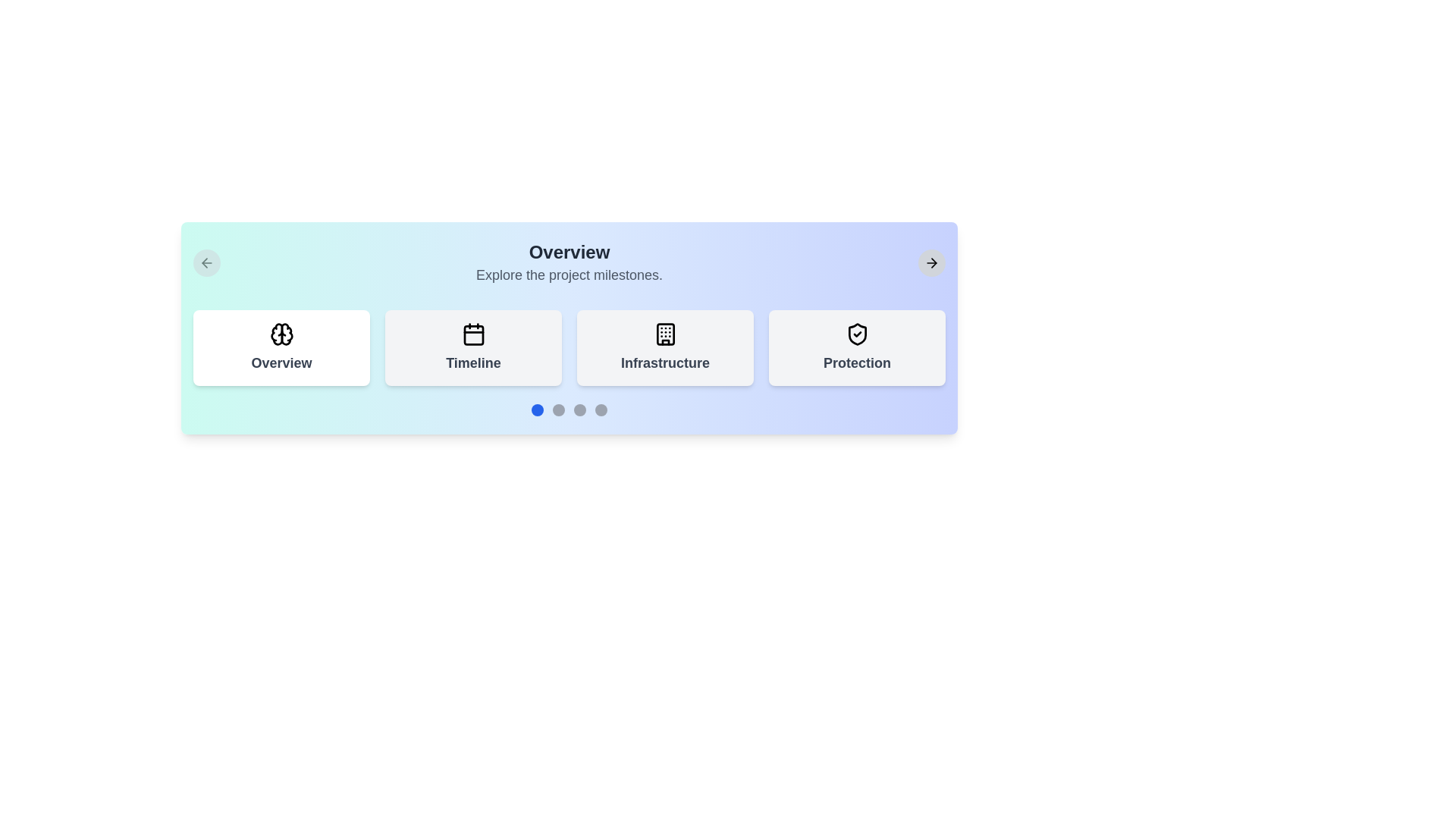 The image size is (1456, 819). I want to click on the Vector graphic icon integrated into the button component located at the upper left corner of the blue gradient rectangle card to observe UI feedback, so click(206, 262).